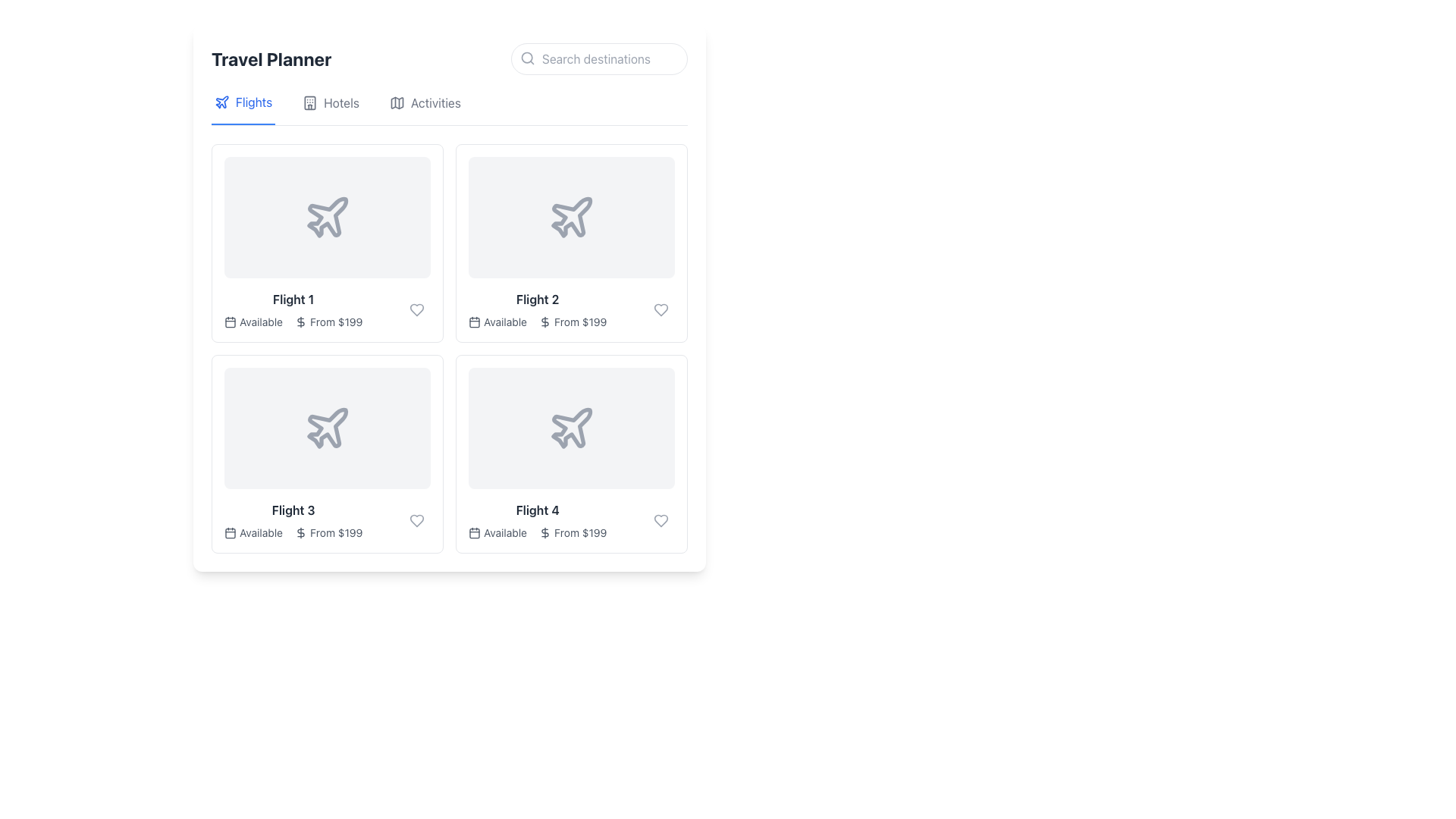 This screenshot has width=1456, height=819. I want to click on the availability status and starting price text located within the 'Flight 1' card, positioned below the airplane image, so click(293, 321).